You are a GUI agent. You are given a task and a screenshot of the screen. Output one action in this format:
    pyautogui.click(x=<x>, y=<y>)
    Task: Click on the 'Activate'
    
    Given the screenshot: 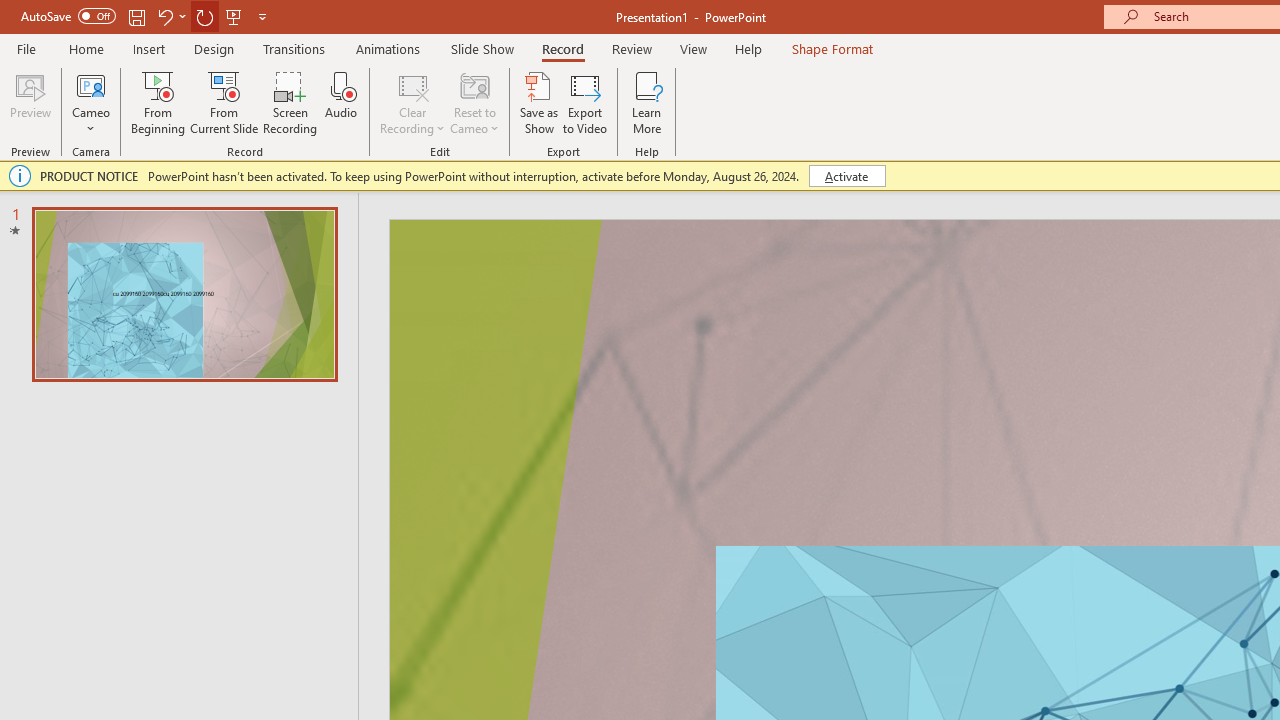 What is the action you would take?
    pyautogui.click(x=847, y=175)
    